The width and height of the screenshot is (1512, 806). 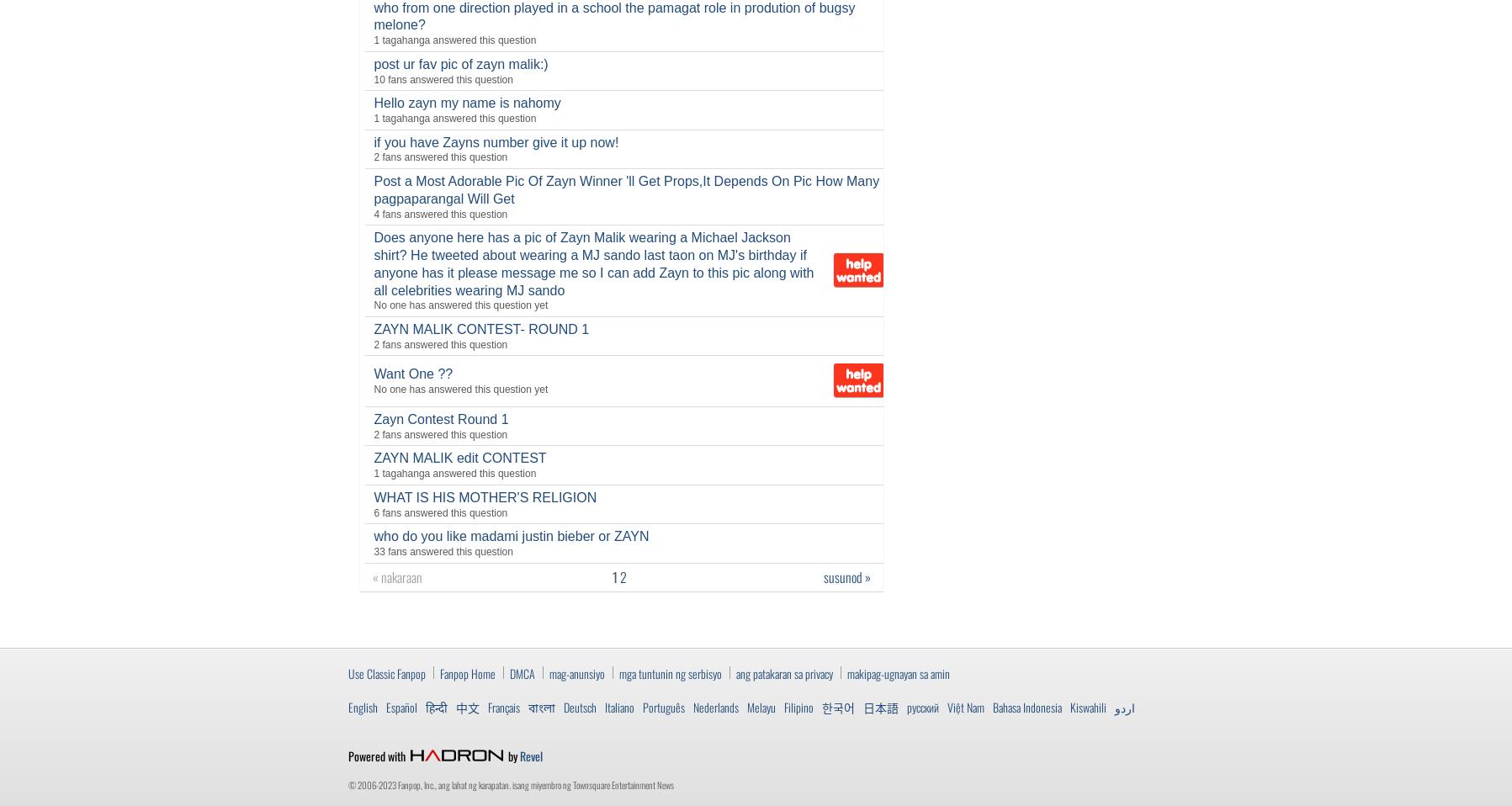 I want to click on '2', so click(x=622, y=575).